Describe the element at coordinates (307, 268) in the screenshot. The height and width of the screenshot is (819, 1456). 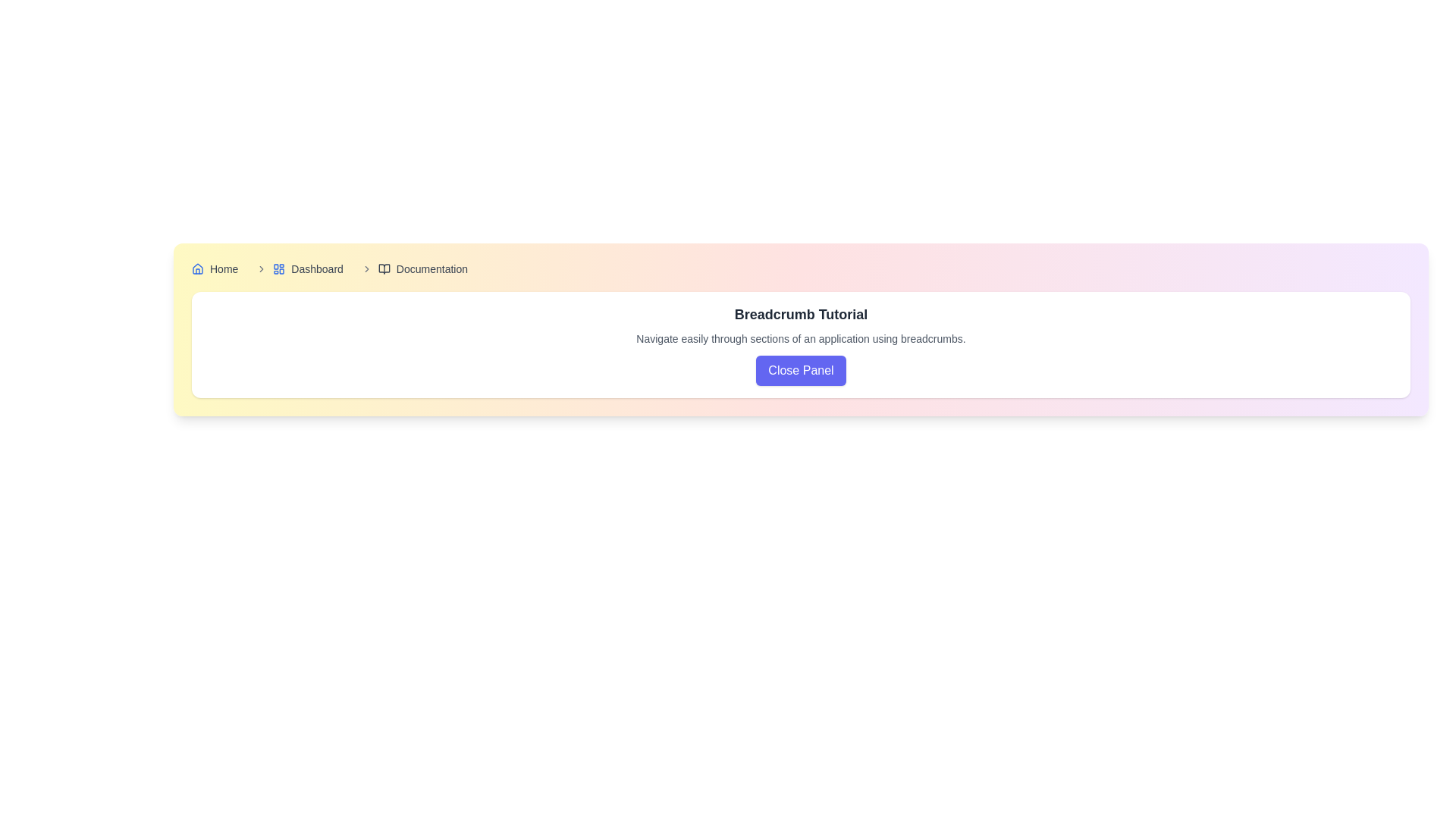
I see `the 'Dashboard' hyperlink` at that location.